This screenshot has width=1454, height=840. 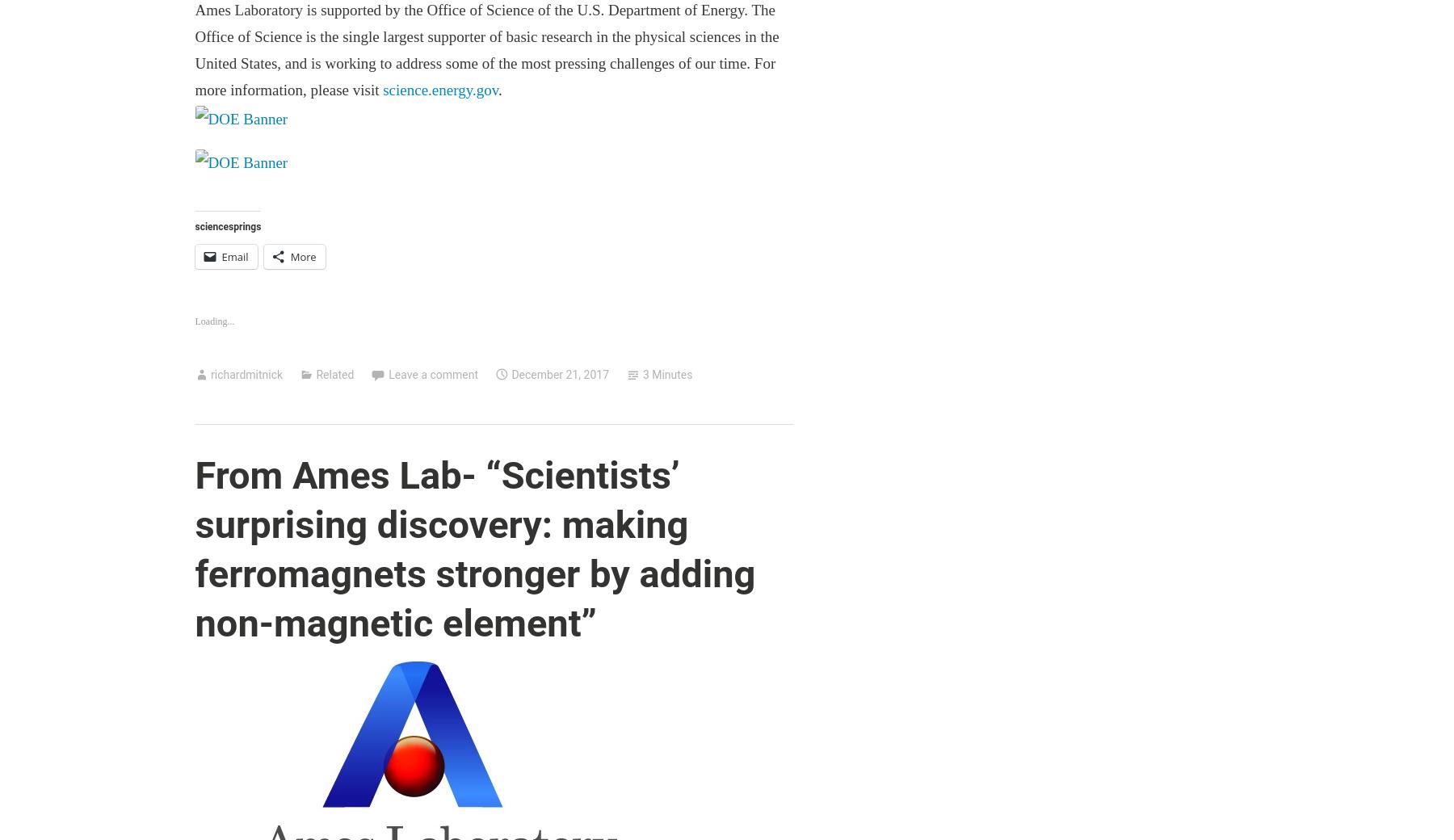 I want to click on 'Email', so click(x=220, y=256).